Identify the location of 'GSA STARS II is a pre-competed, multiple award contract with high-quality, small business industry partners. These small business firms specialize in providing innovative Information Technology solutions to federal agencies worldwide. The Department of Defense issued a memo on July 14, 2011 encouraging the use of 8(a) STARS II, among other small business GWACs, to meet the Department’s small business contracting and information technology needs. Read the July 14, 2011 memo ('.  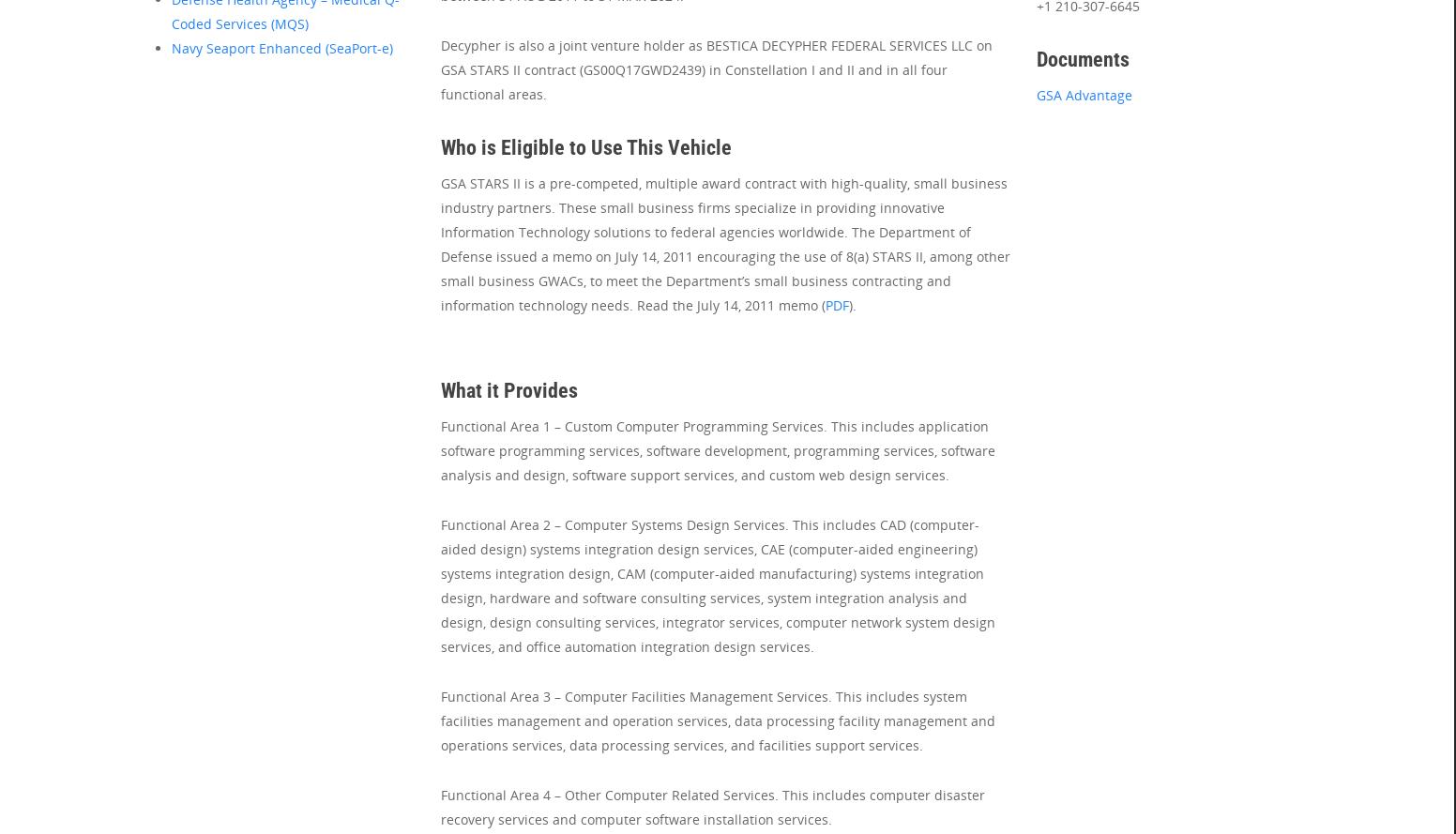
(725, 244).